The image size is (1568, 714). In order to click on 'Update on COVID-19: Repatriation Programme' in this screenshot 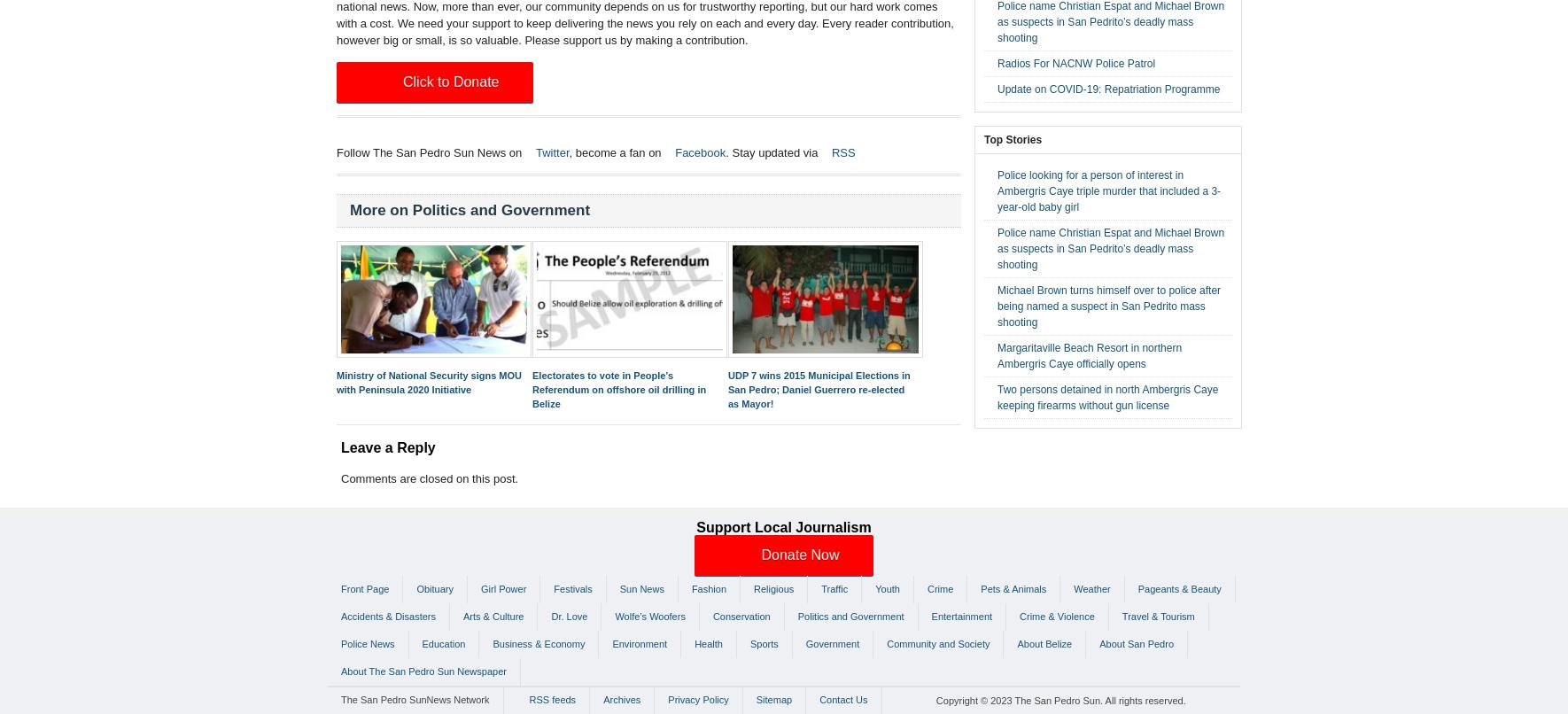, I will do `click(997, 88)`.